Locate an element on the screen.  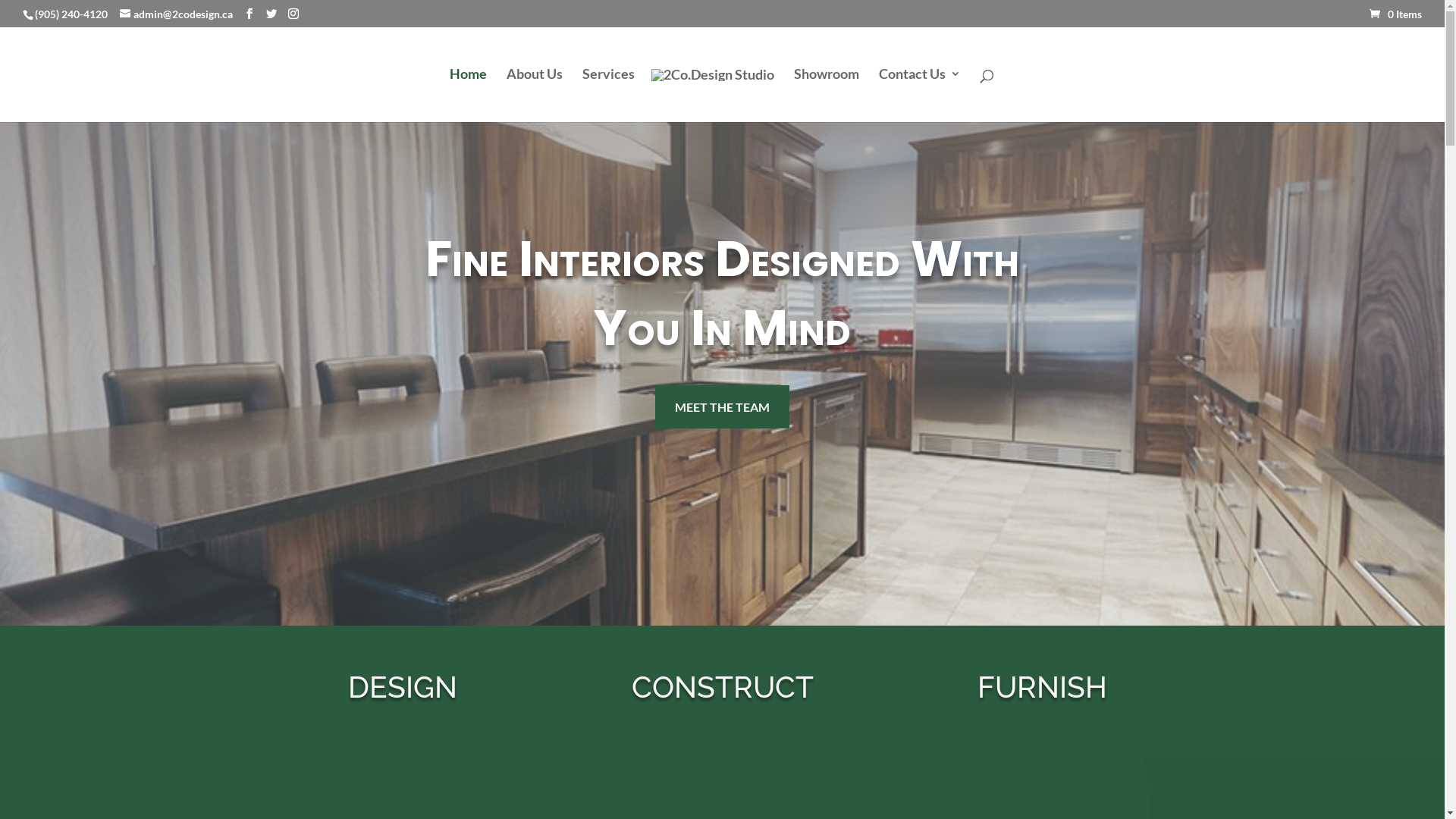
'0 Items' is located at coordinates (1395, 14).